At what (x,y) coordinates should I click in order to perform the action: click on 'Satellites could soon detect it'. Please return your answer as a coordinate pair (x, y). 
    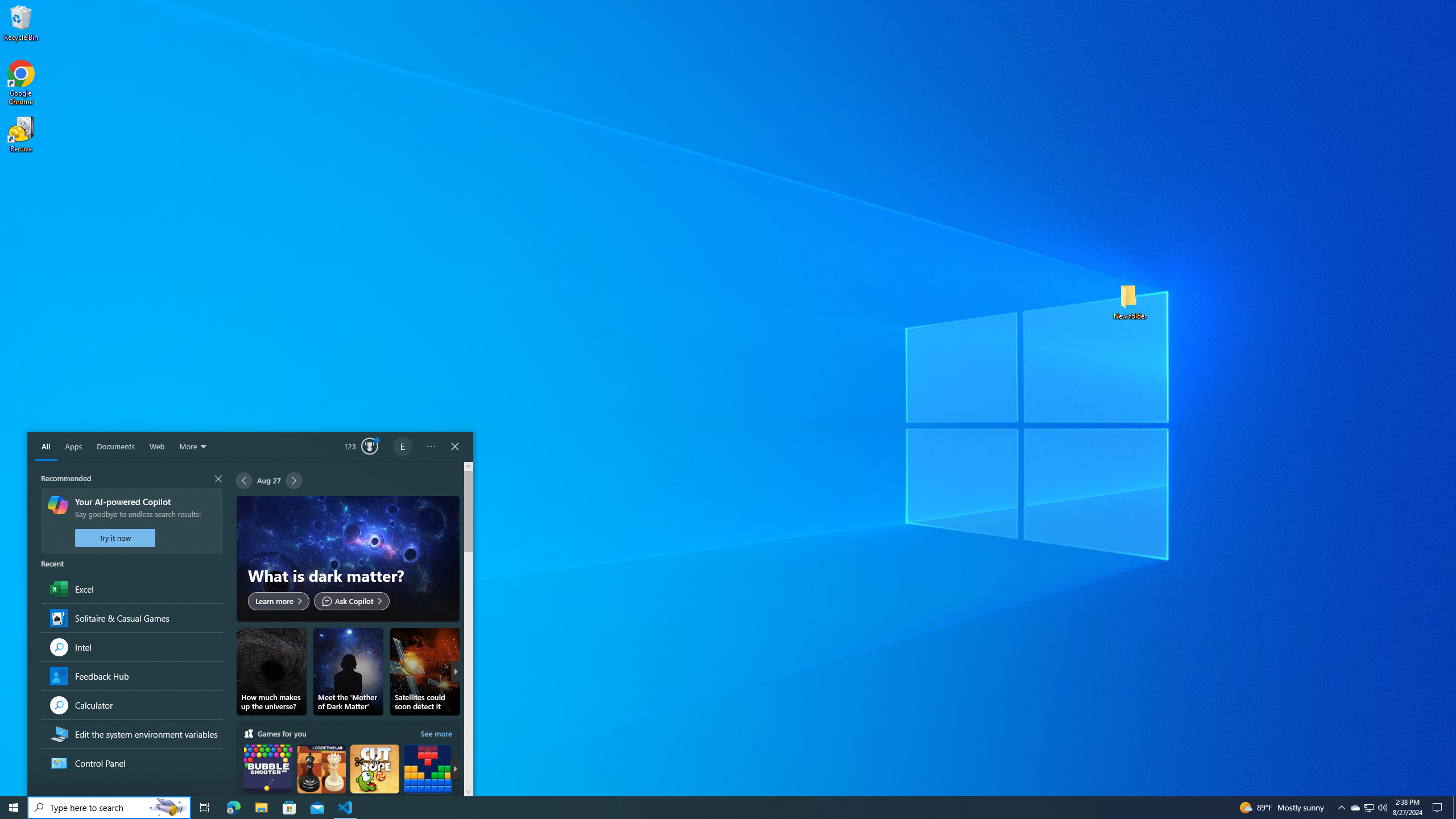
    Looking at the image, I should click on (424, 671).